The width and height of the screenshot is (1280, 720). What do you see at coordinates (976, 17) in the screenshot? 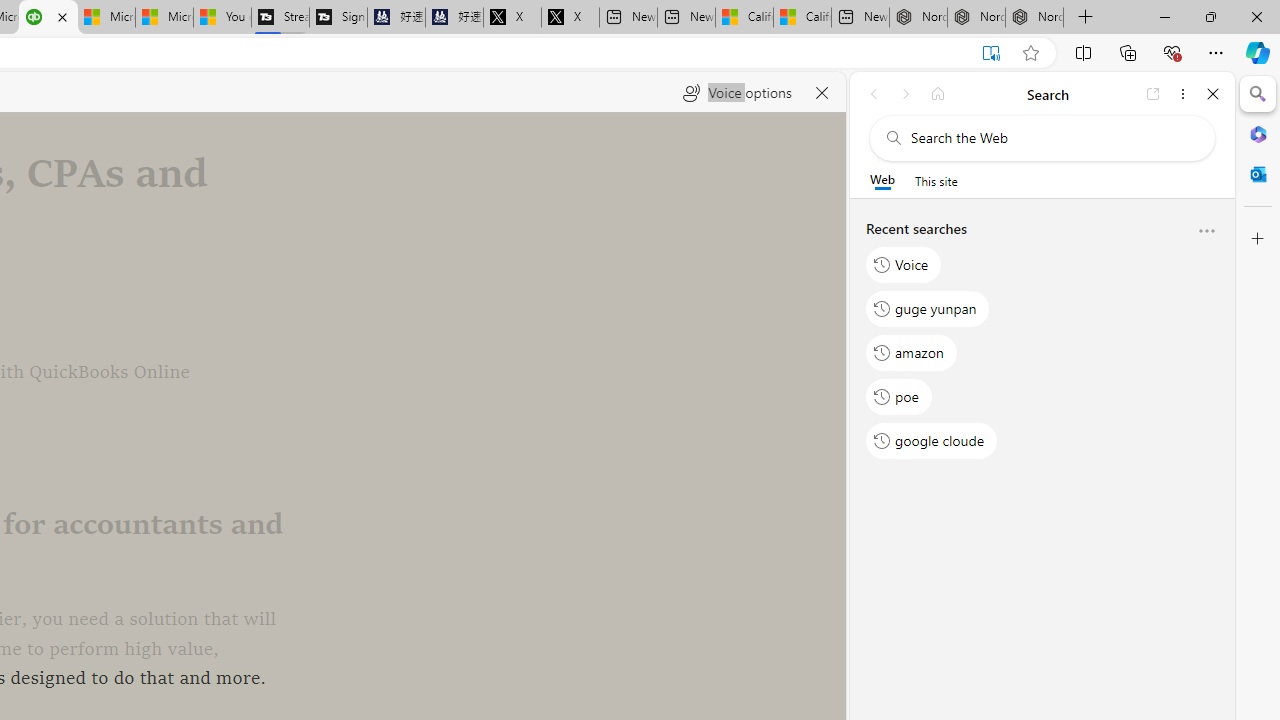
I see `'Nordace Siena Pro 15 Backpack'` at bounding box center [976, 17].